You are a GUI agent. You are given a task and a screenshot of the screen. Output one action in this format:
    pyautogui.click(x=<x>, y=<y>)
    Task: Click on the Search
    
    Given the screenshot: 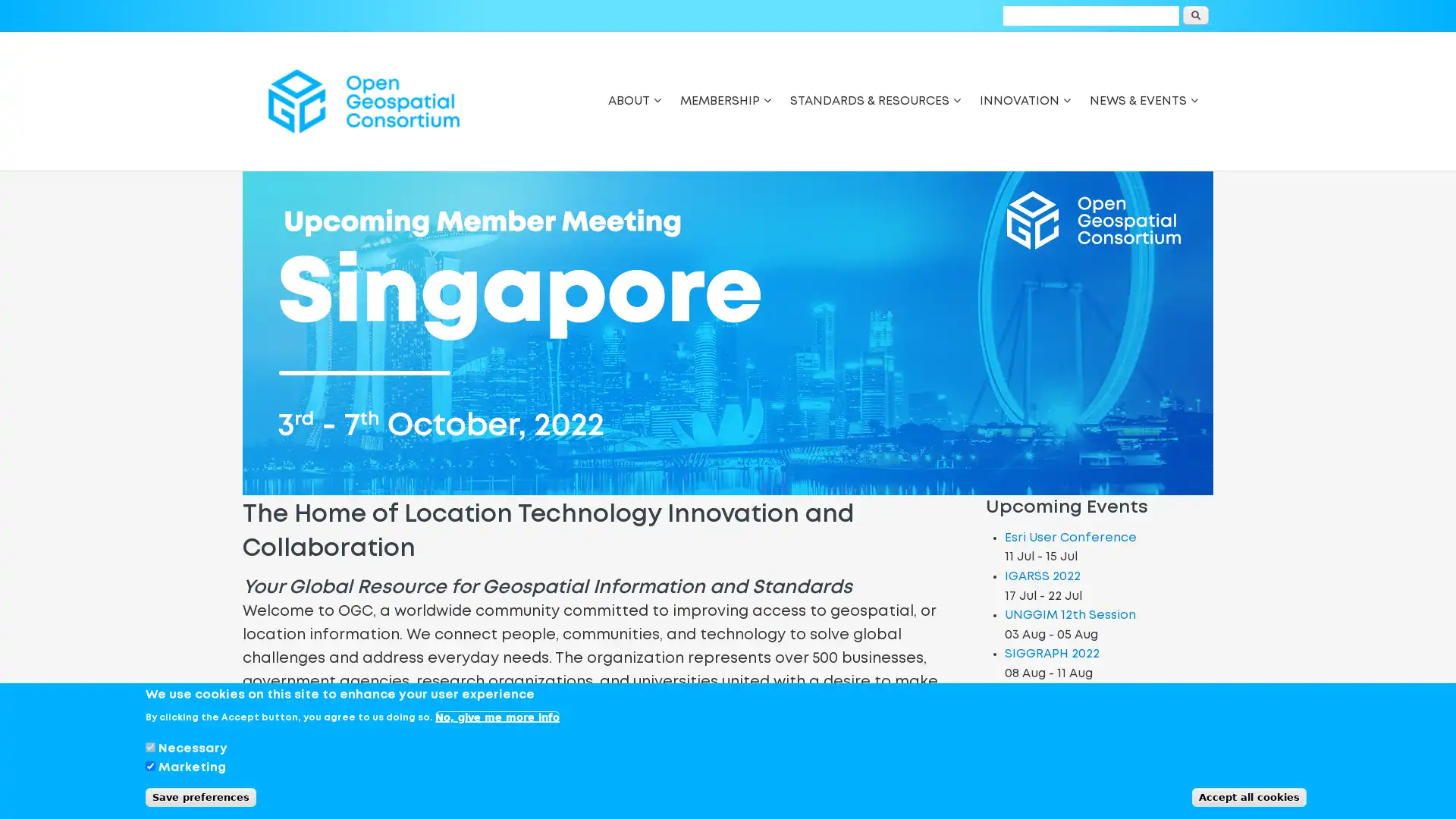 What is the action you would take?
    pyautogui.click(x=1195, y=15)
    